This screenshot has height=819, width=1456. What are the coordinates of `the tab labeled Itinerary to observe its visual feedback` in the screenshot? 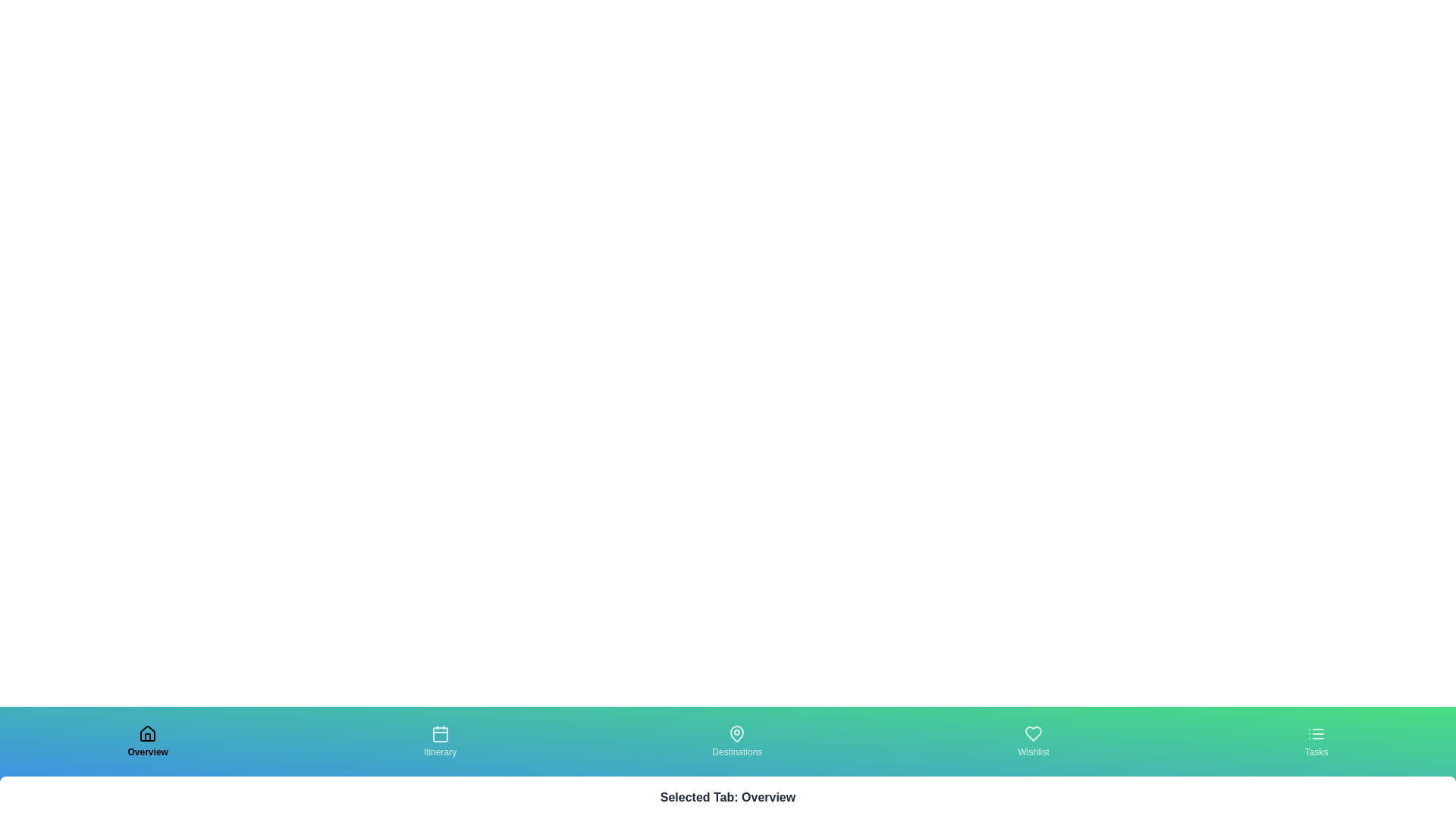 It's located at (439, 741).